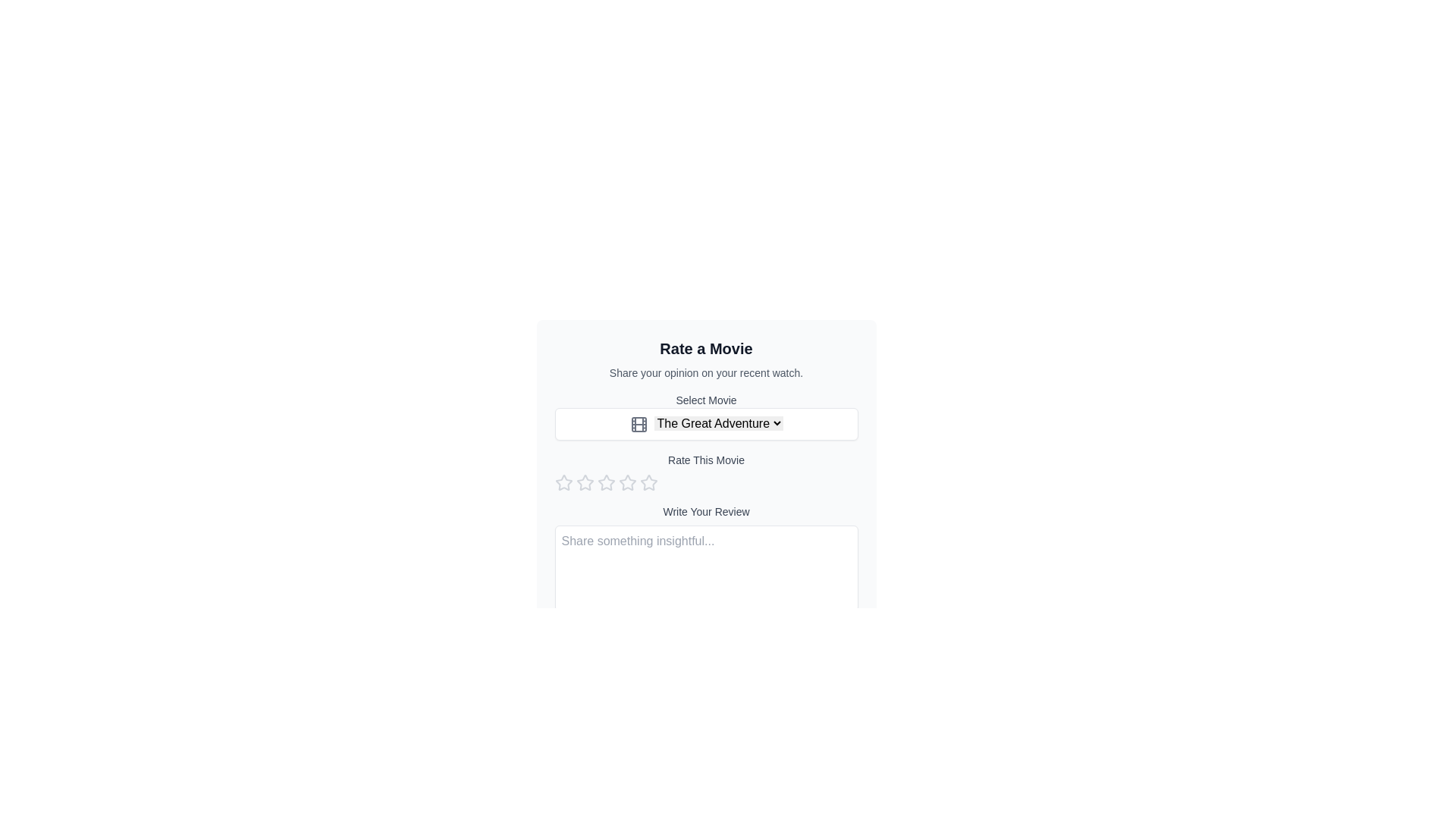 The height and width of the screenshot is (819, 1456). I want to click on the third star in the clickable star rating component, so click(605, 482).